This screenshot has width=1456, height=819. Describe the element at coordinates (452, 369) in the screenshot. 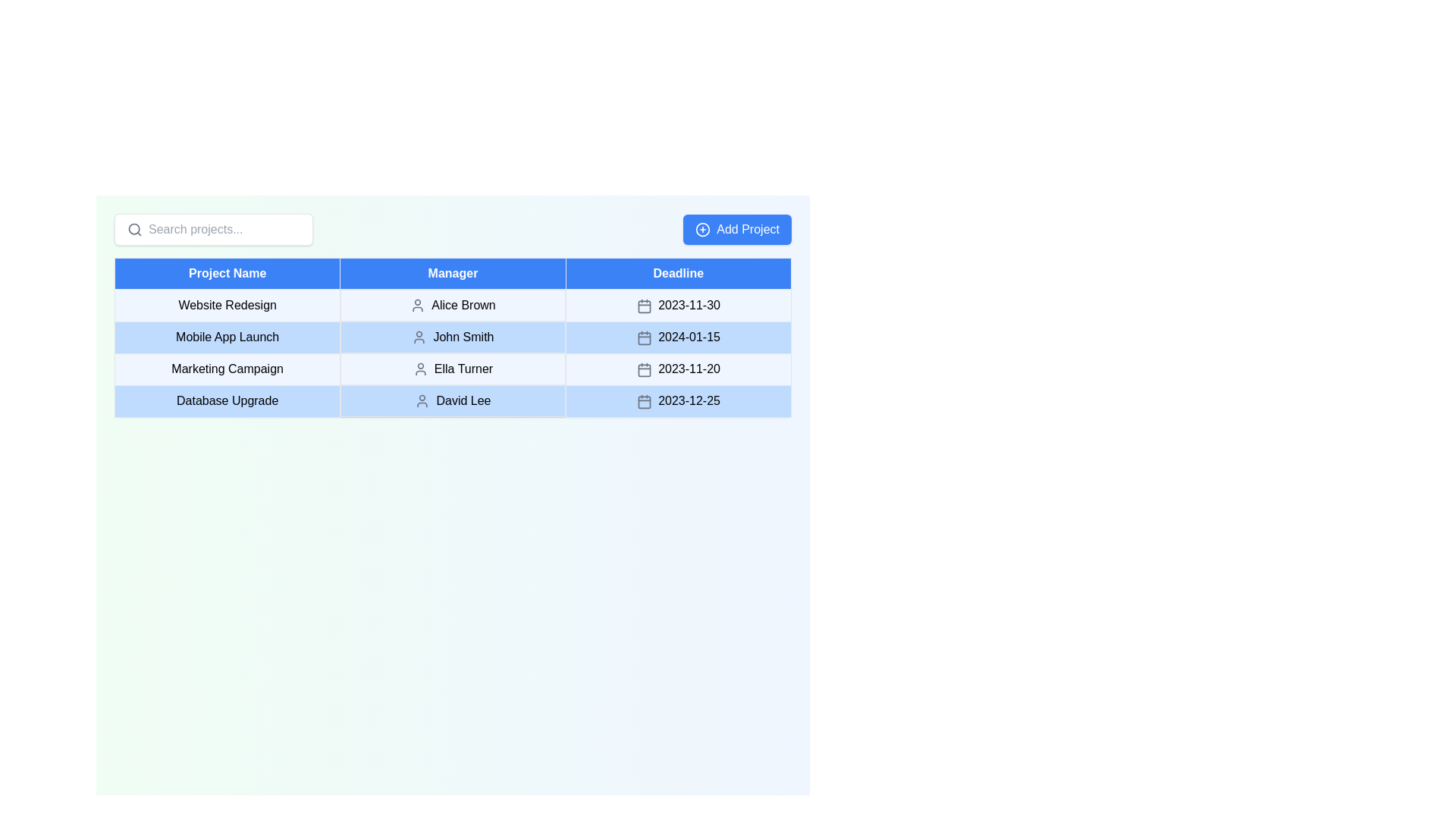

I see `the manager's name text label in the second column of the 'Marketing Campaign' row in the table` at that location.